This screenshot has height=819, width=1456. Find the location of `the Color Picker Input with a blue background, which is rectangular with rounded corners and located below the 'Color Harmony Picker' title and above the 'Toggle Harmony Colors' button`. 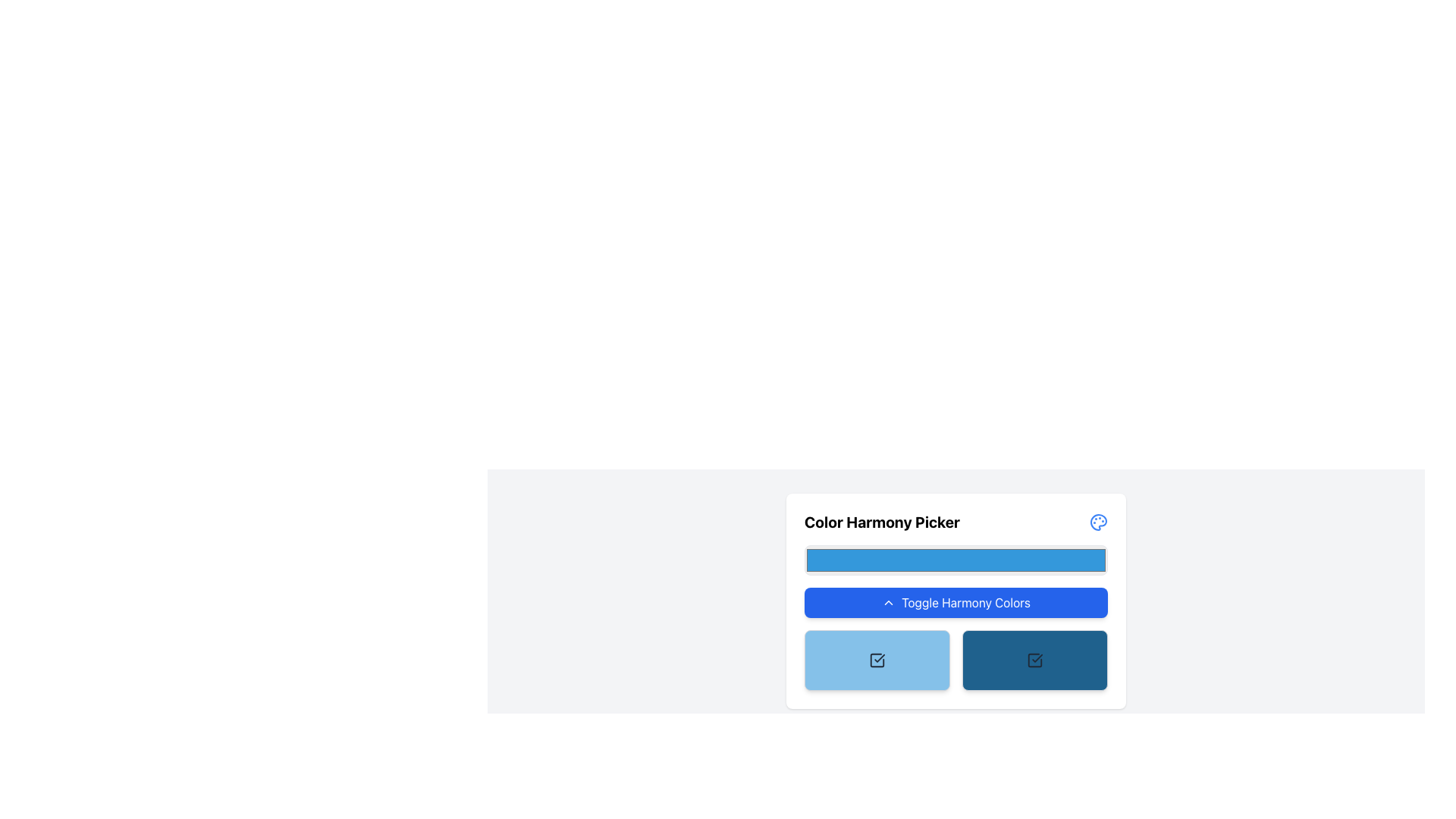

the Color Picker Input with a blue background, which is rectangular with rounded corners and located below the 'Color Harmony Picker' title and above the 'Toggle Harmony Colors' button is located at coordinates (955, 560).